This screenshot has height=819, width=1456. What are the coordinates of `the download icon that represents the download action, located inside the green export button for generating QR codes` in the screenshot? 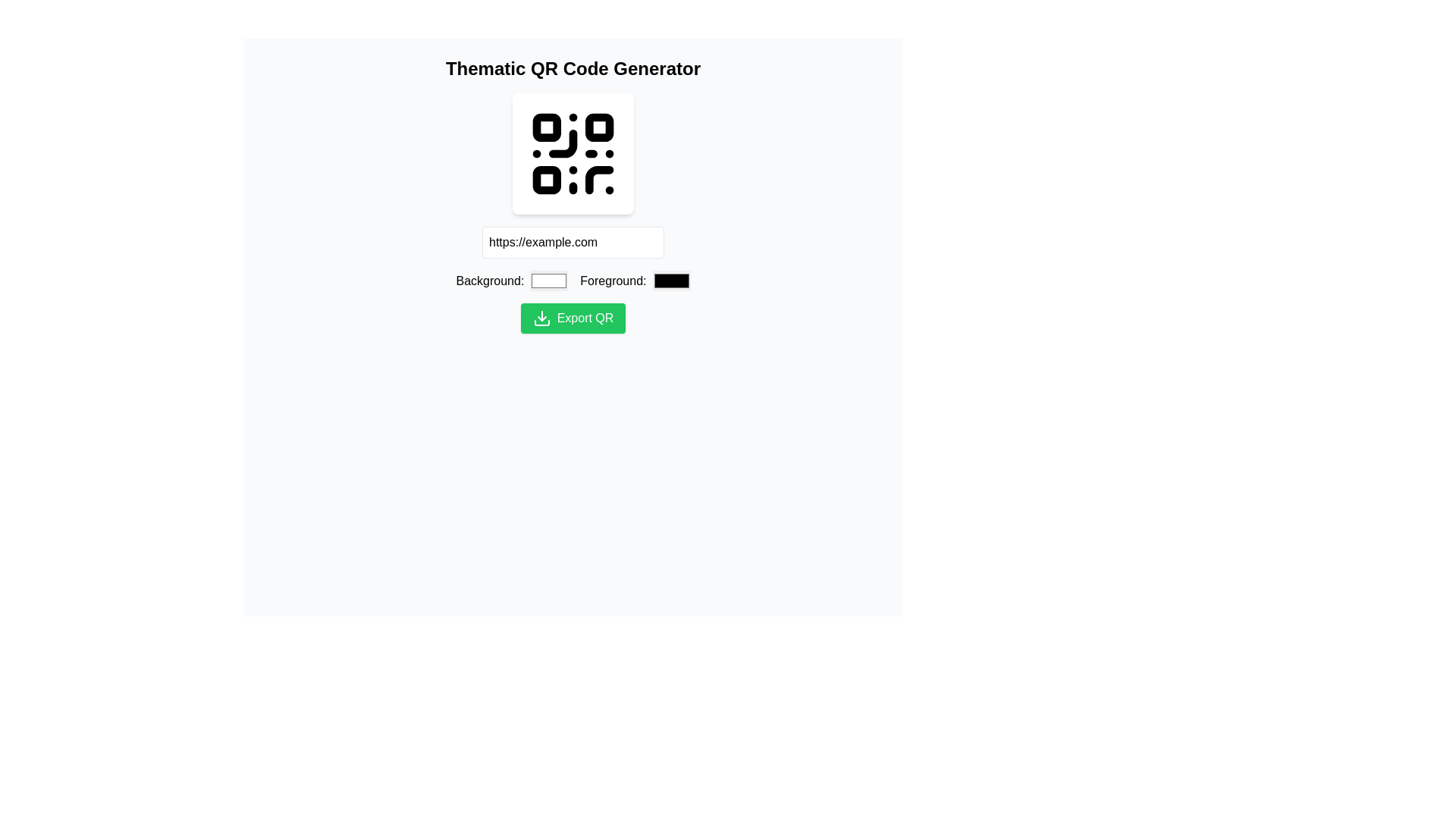 It's located at (541, 318).